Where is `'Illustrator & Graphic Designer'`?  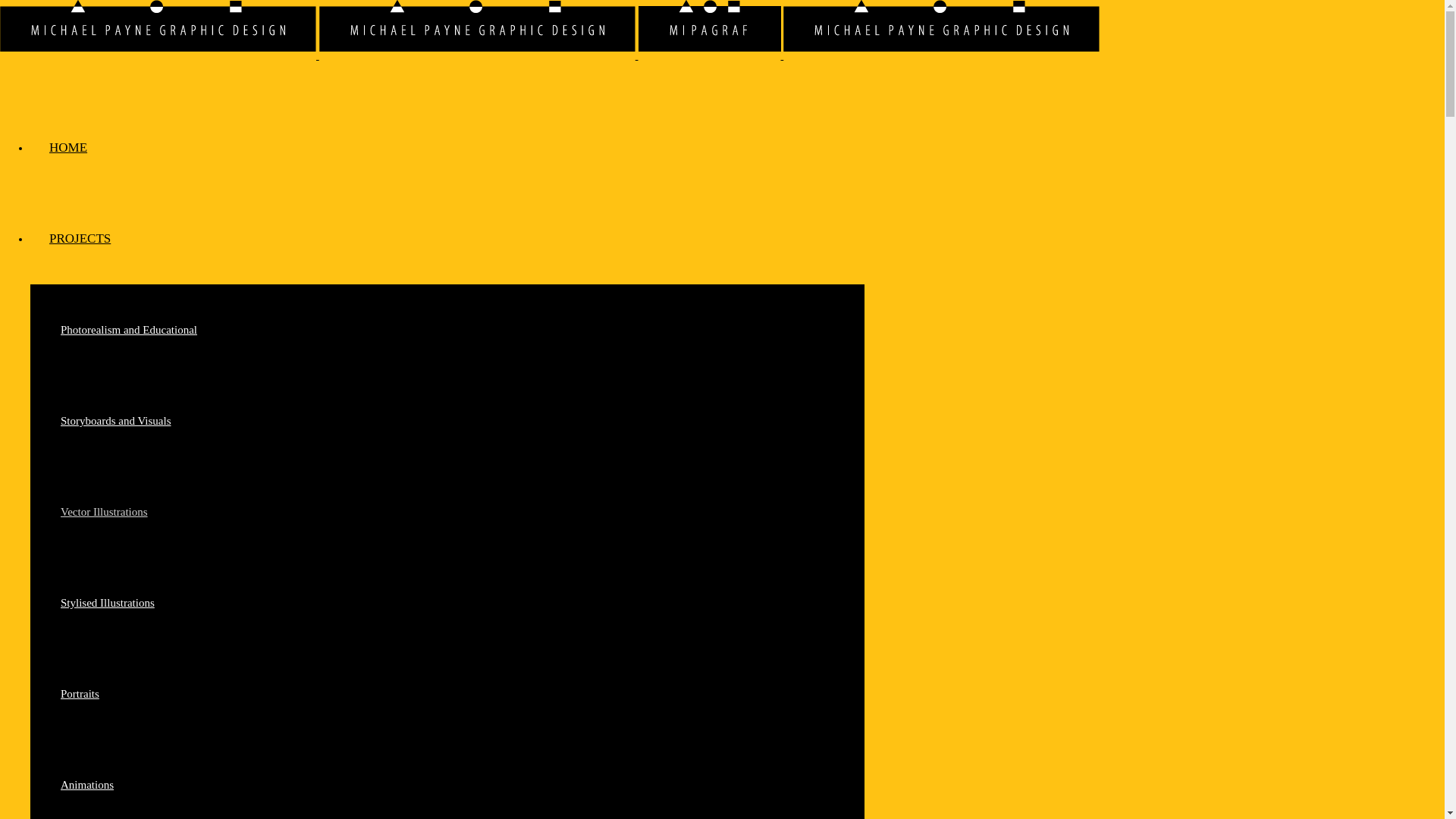
'Illustrator & Graphic Designer' is located at coordinates (476, 29).